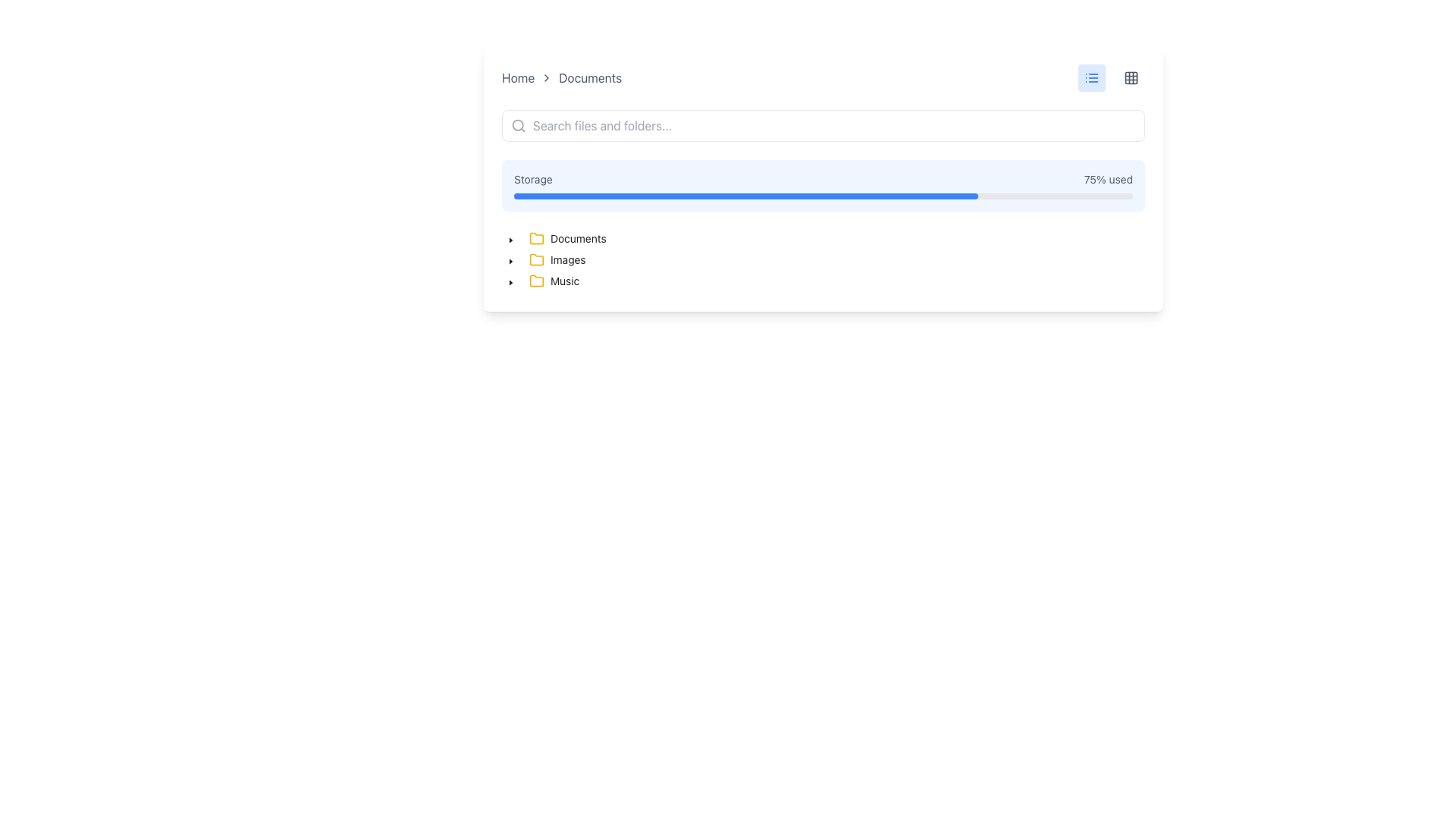 The height and width of the screenshot is (819, 1456). What do you see at coordinates (554, 281) in the screenshot?
I see `the 'Music' folder UI element located in the left segment of the interface` at bounding box center [554, 281].